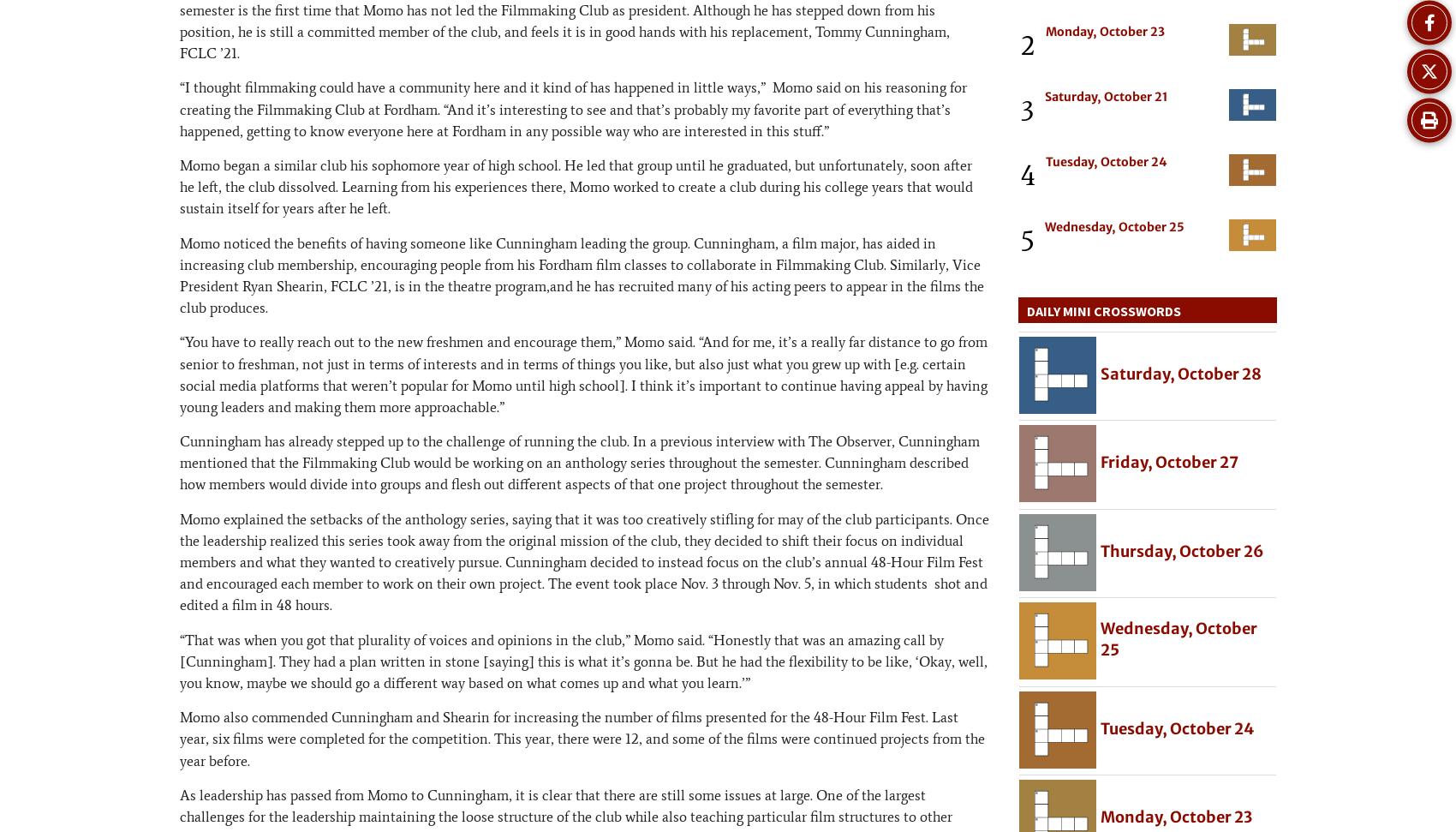 Image resolution: width=1456 pixels, height=832 pixels. I want to click on '“I thought filmmaking could have a community here and it kind of has happened in little ways,”  Momo said on his reasoning for creating the Filmmaking Club at Fordham. “And it’s interesting to see and that’s probably my favorite part of everything that’s happened, getting to know everyone here at Fordham in any possible way who are interested in this stuff.”', so click(573, 109).